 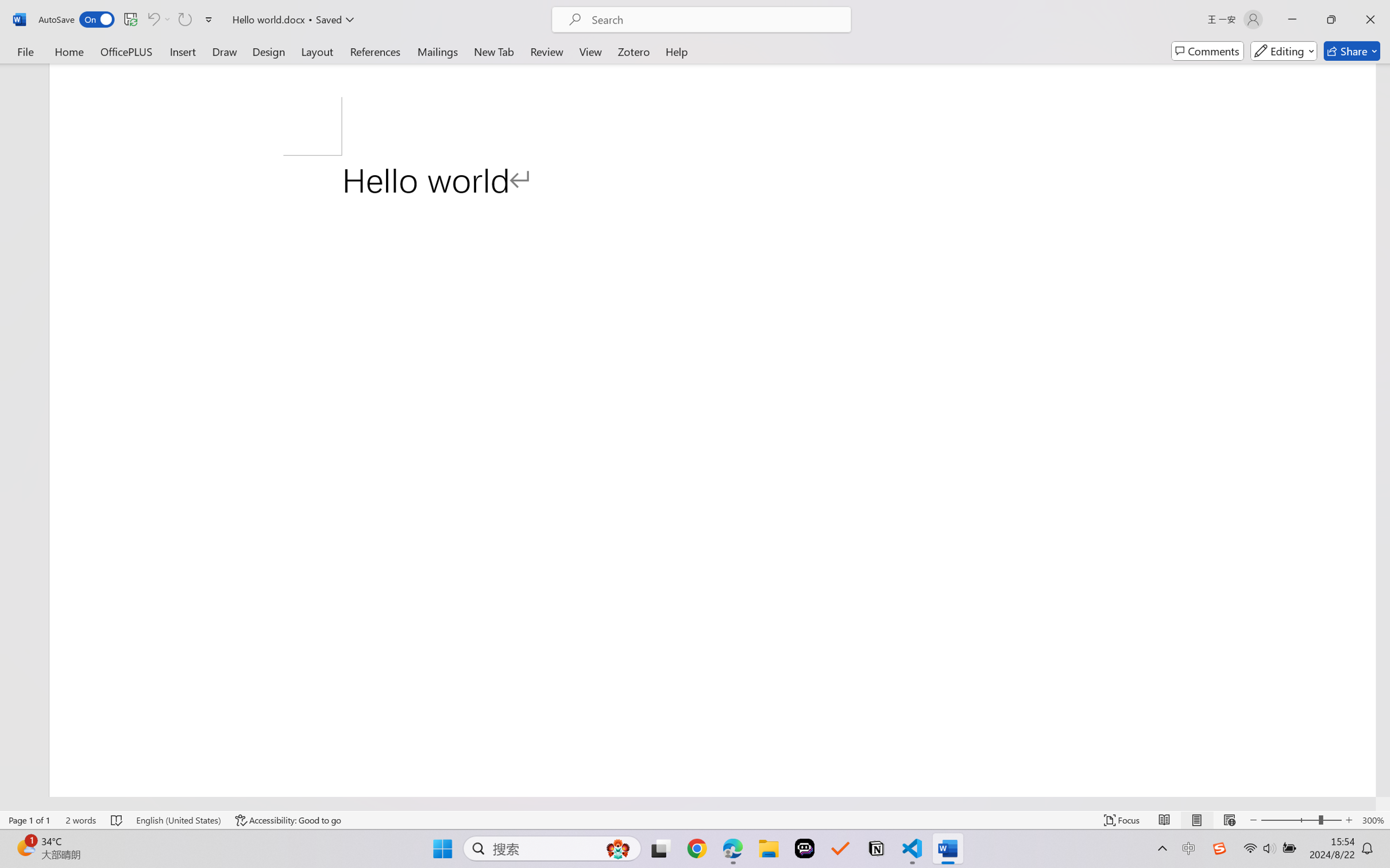 What do you see at coordinates (125, 51) in the screenshot?
I see `'OfficePLUS'` at bounding box center [125, 51].